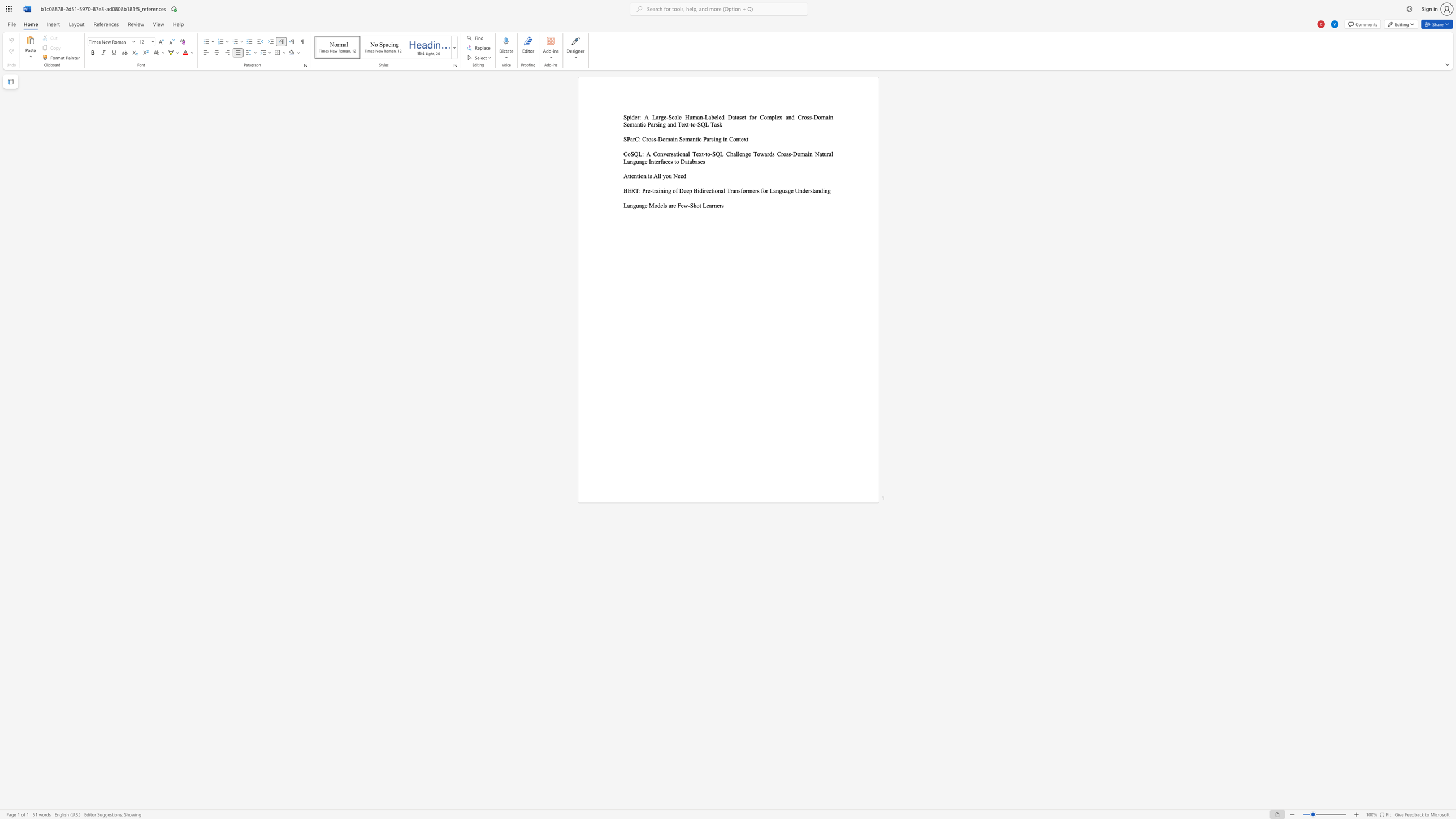 This screenshot has height=819, width=1456. Describe the element at coordinates (742, 190) in the screenshot. I see `the 2th character "f" in the text` at that location.